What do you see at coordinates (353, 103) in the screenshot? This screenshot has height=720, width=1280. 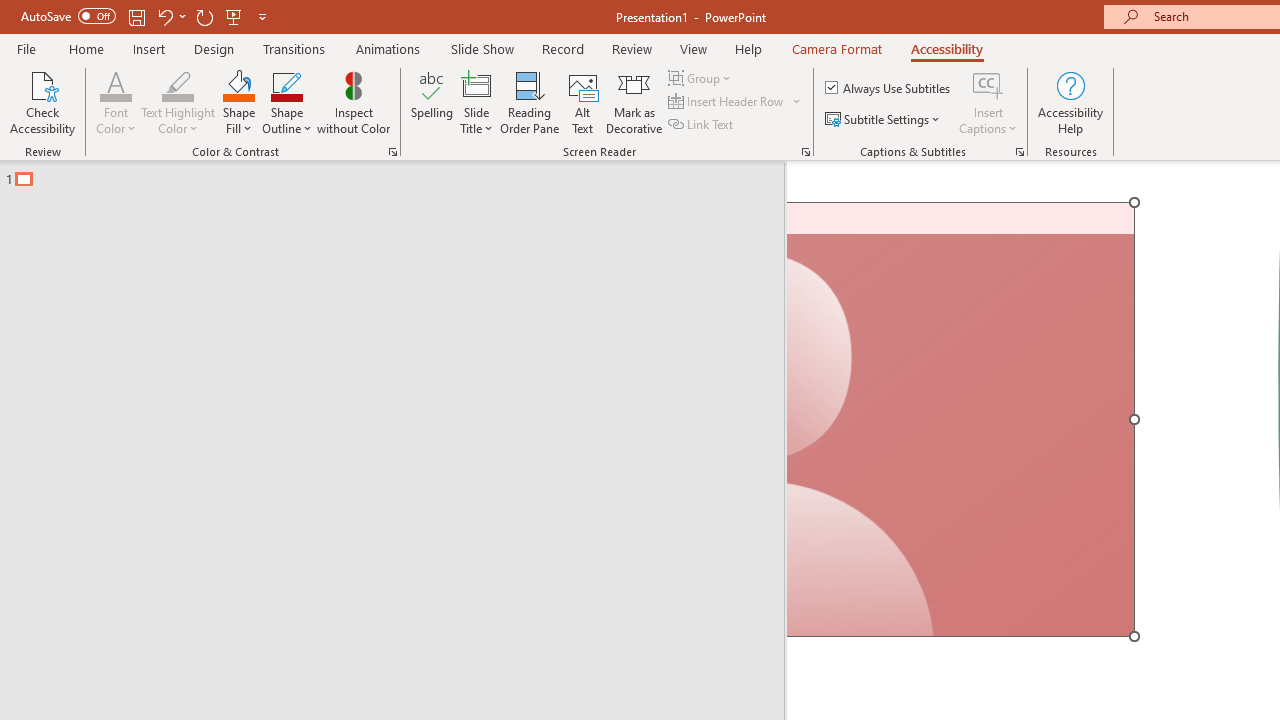 I see `'Inspect without Color'` at bounding box center [353, 103].